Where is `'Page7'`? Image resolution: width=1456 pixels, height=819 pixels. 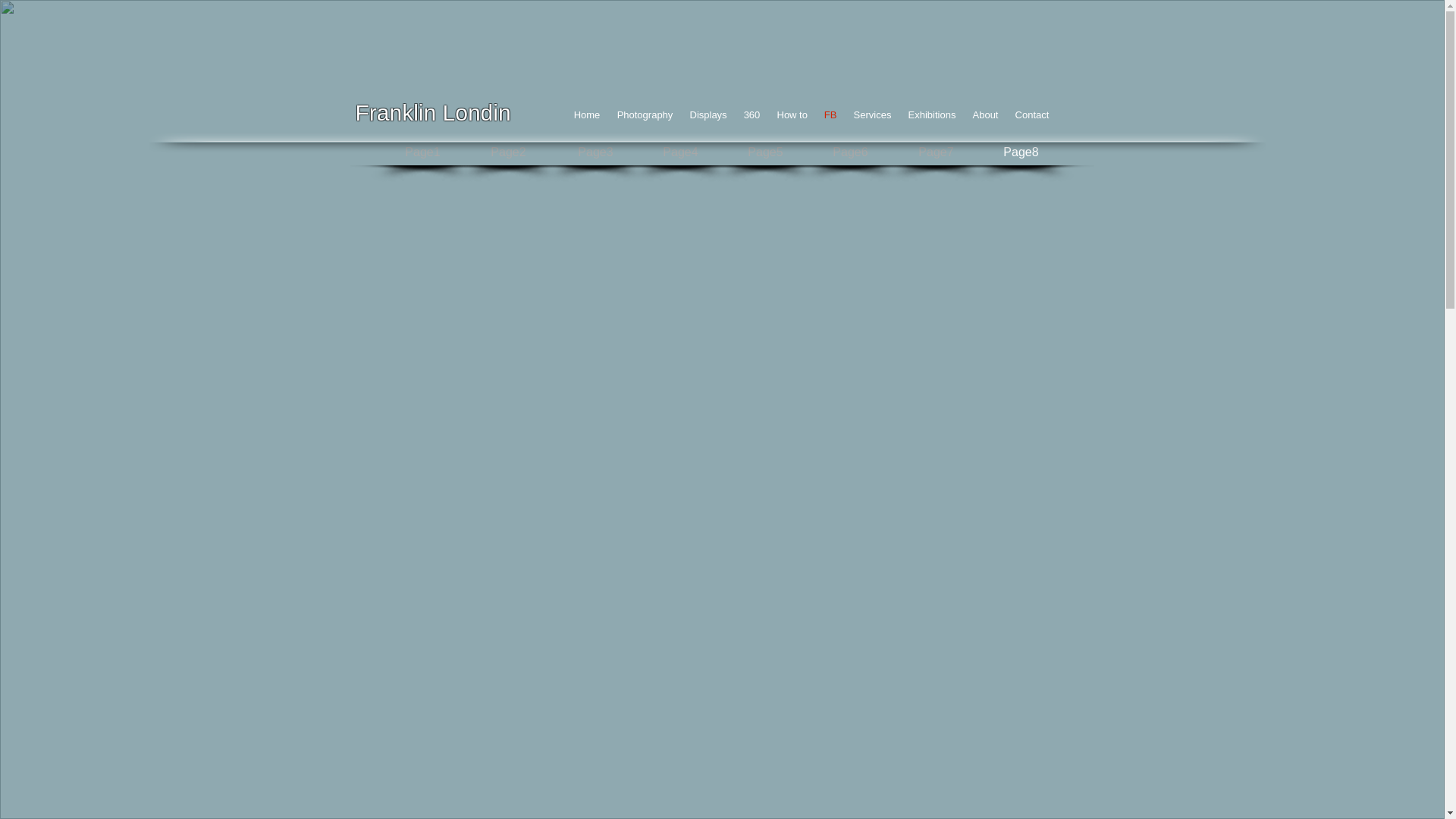
'Page7' is located at coordinates (935, 152).